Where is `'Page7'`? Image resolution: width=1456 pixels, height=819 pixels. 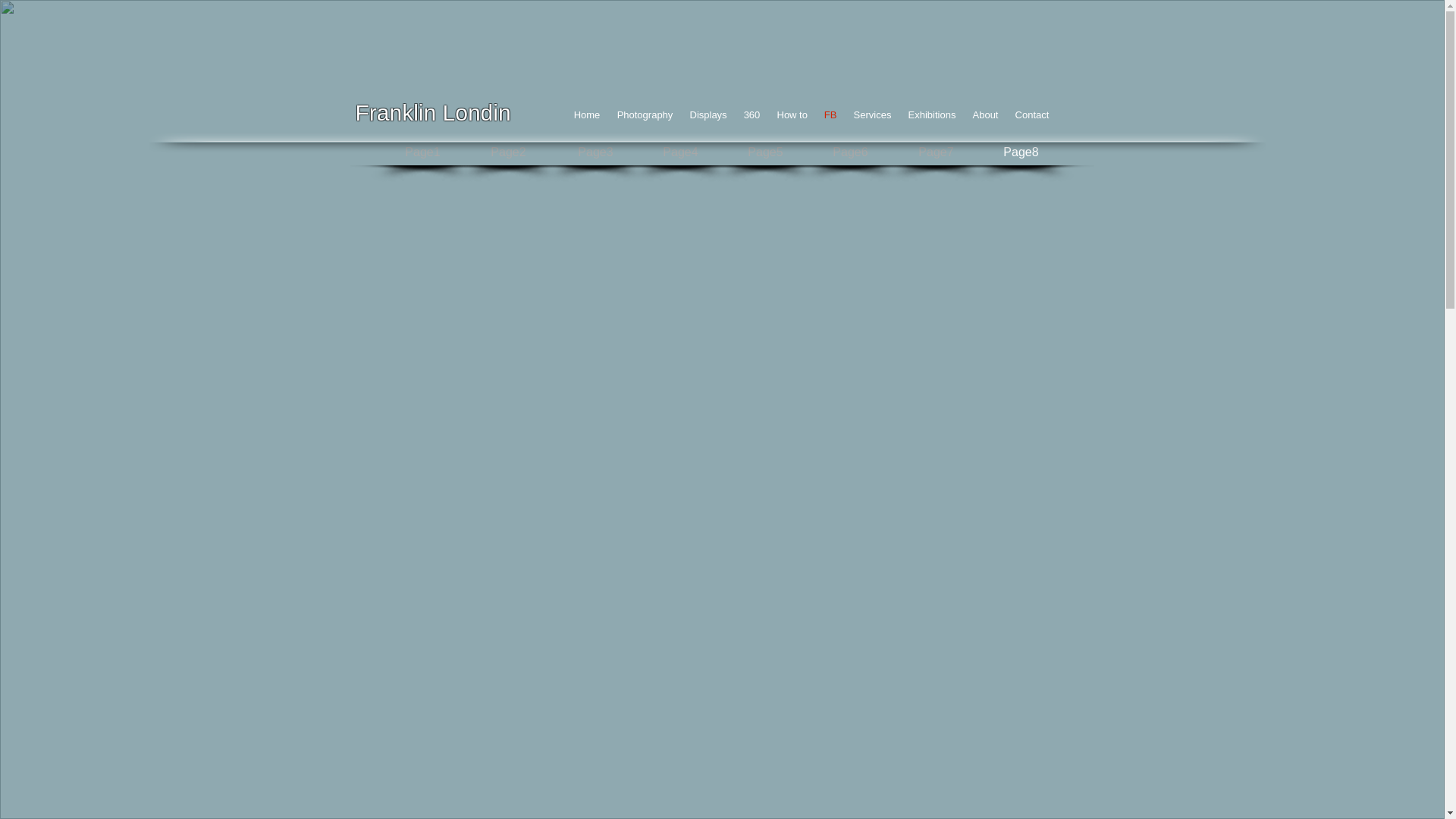
'Page7' is located at coordinates (935, 152).